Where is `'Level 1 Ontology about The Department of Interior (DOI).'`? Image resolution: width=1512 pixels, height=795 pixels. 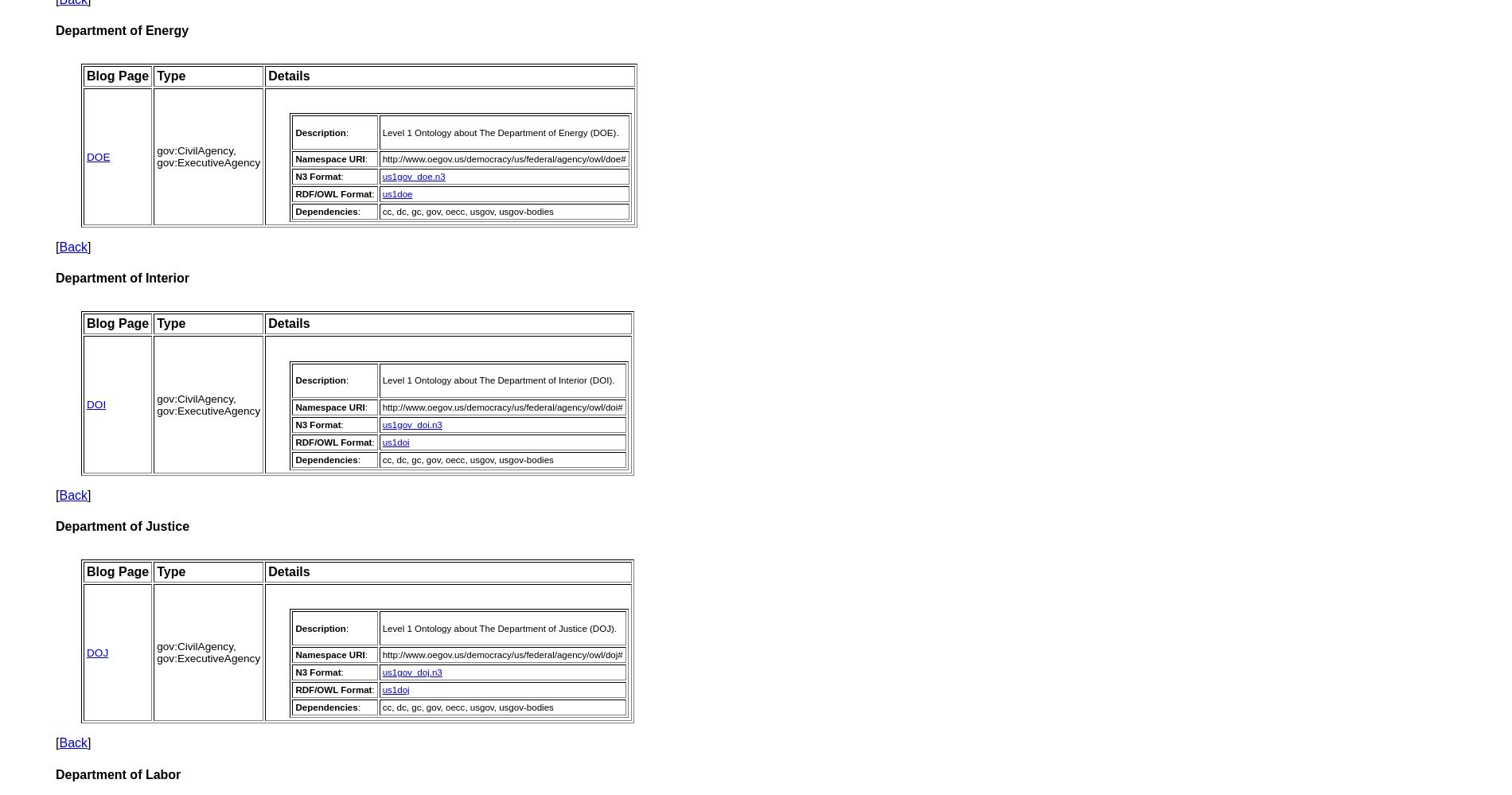 'Level 1 Ontology about The Department of Interior (DOI).' is located at coordinates (498, 380).